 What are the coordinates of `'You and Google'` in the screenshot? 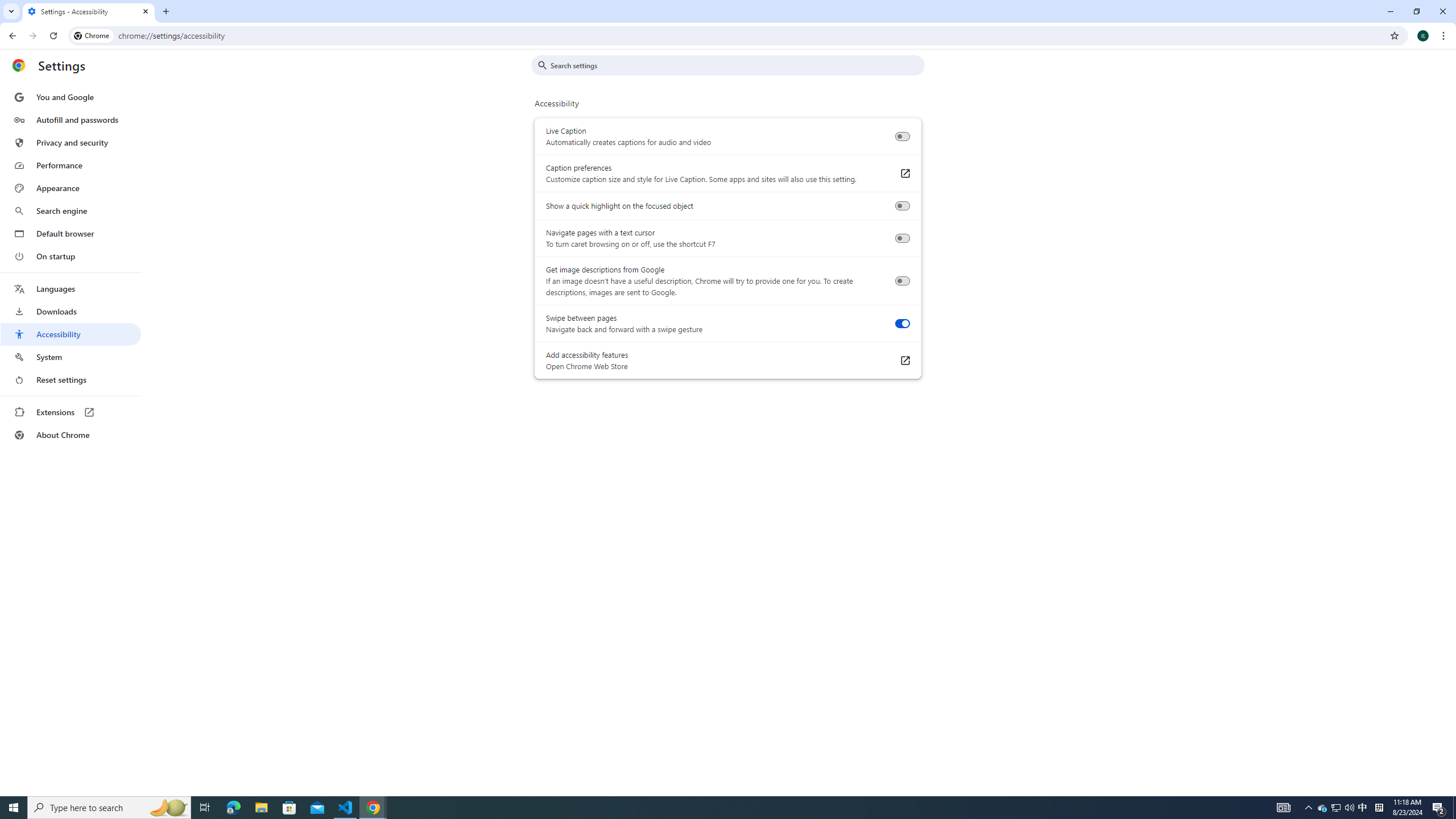 It's located at (70, 97).